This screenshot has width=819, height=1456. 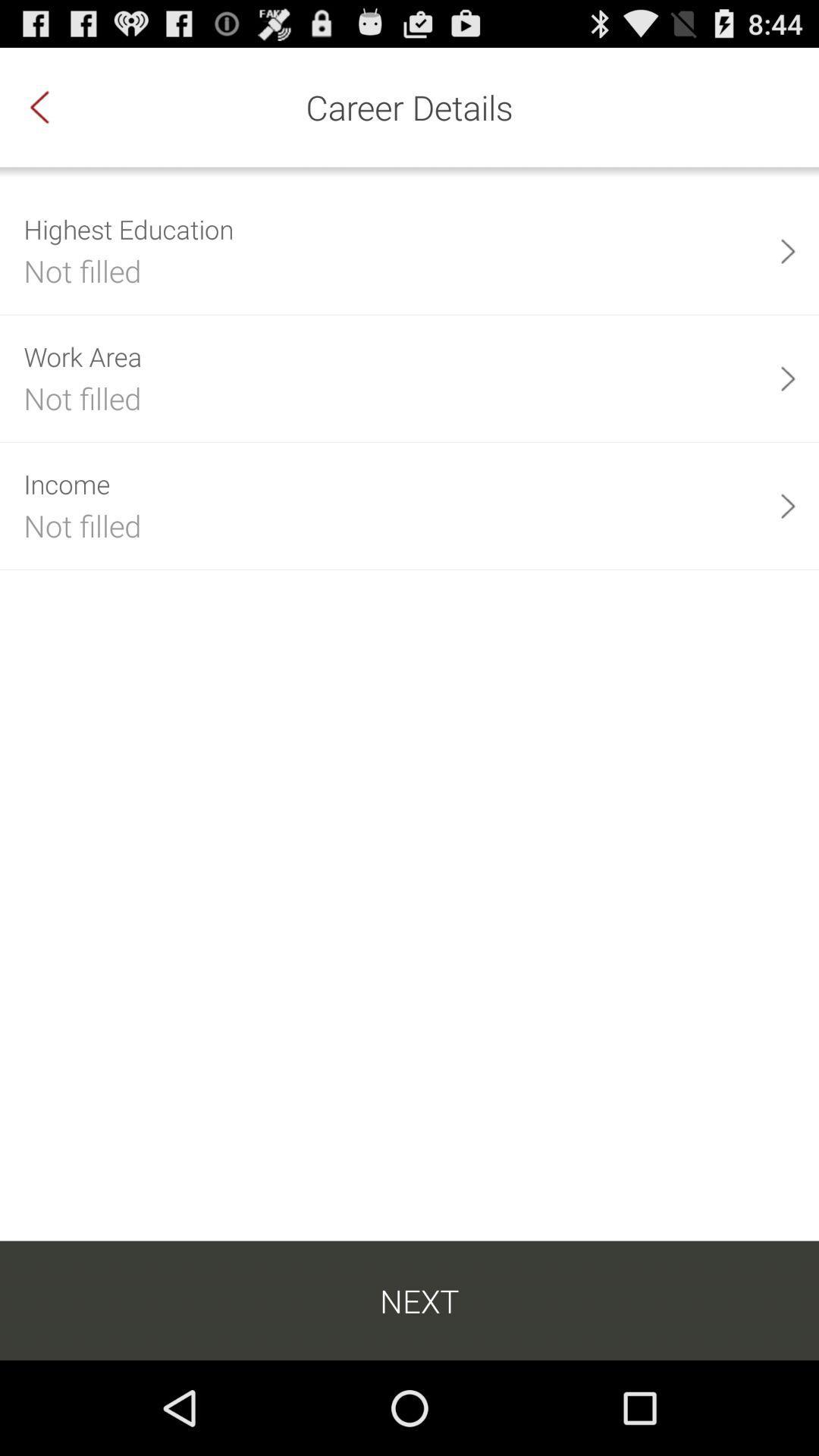 What do you see at coordinates (55, 106) in the screenshot?
I see `the app next to career details item` at bounding box center [55, 106].